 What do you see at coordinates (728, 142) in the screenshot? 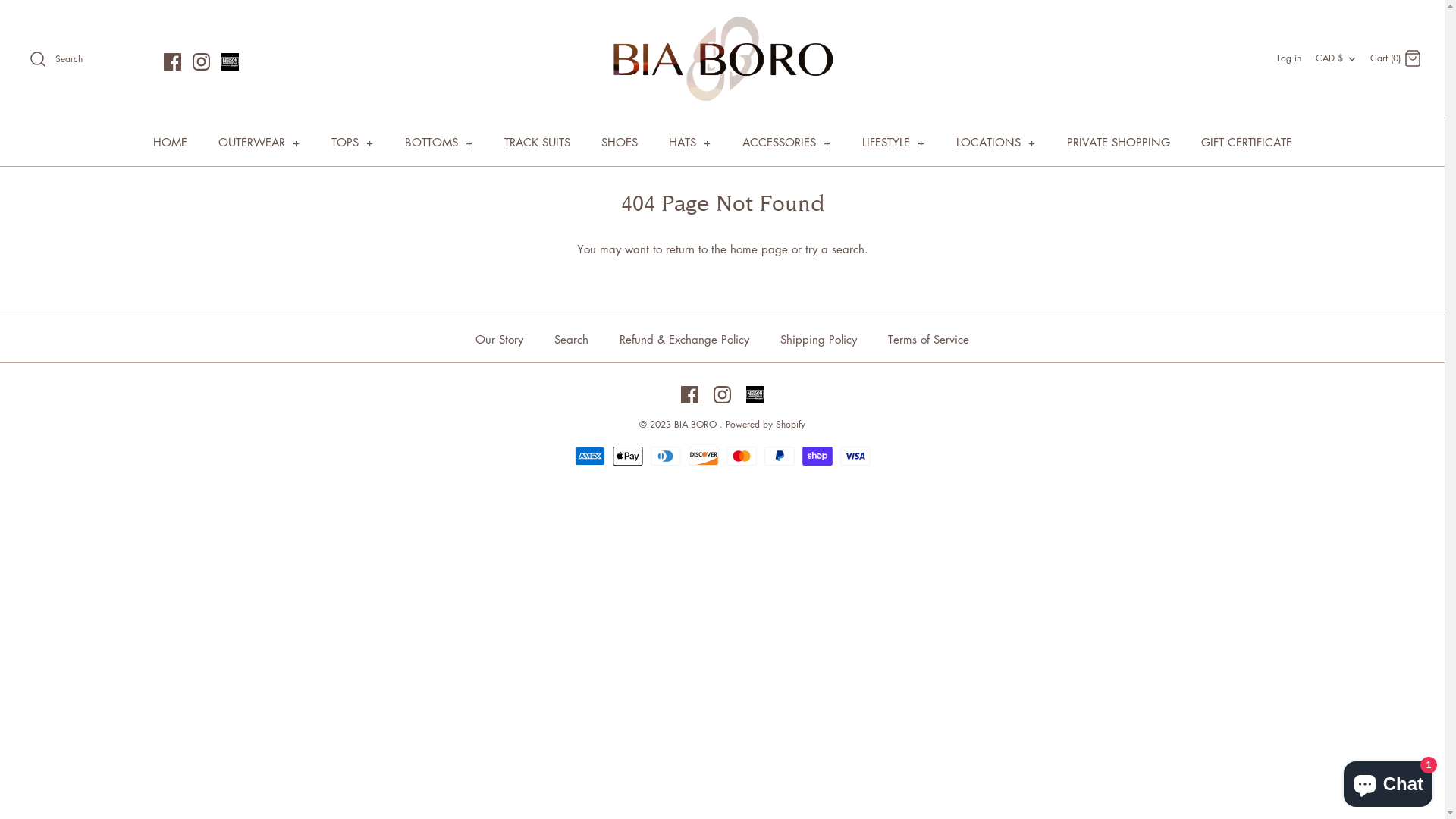
I see `'ACCESSORIES +'` at bounding box center [728, 142].